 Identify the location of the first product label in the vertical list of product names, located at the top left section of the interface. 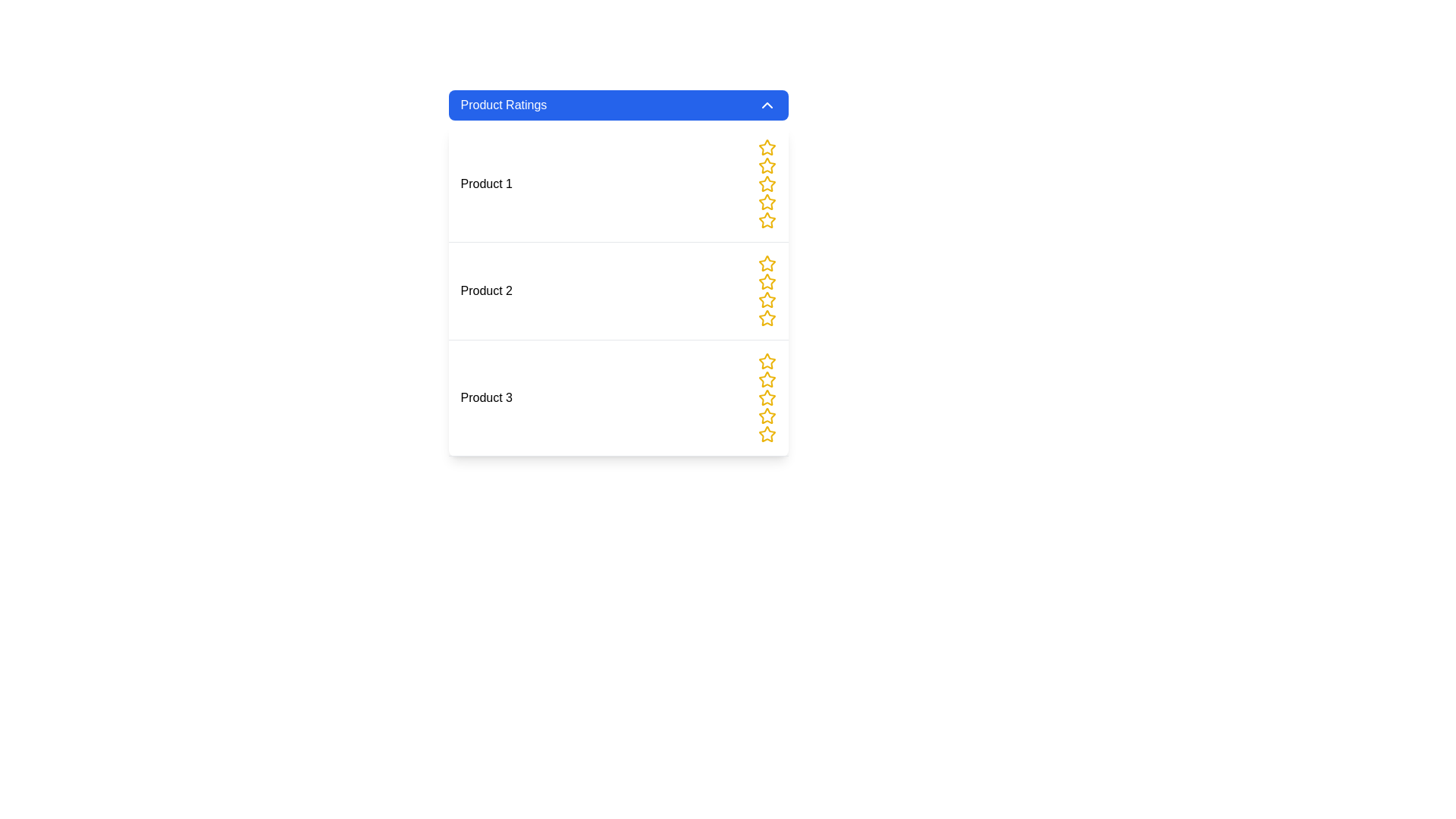
(486, 184).